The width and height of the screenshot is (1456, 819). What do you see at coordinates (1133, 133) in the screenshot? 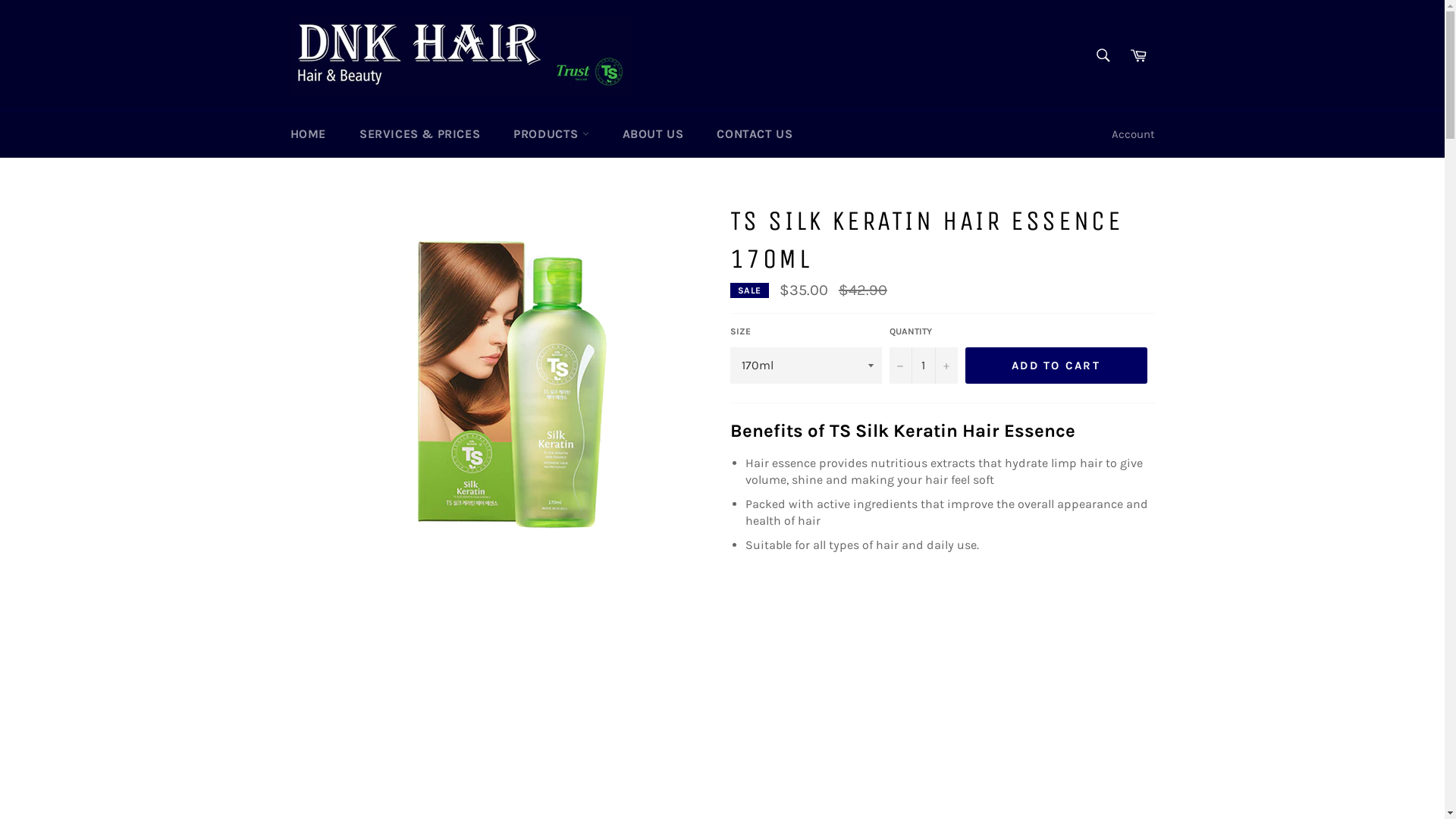
I see `'Account'` at bounding box center [1133, 133].